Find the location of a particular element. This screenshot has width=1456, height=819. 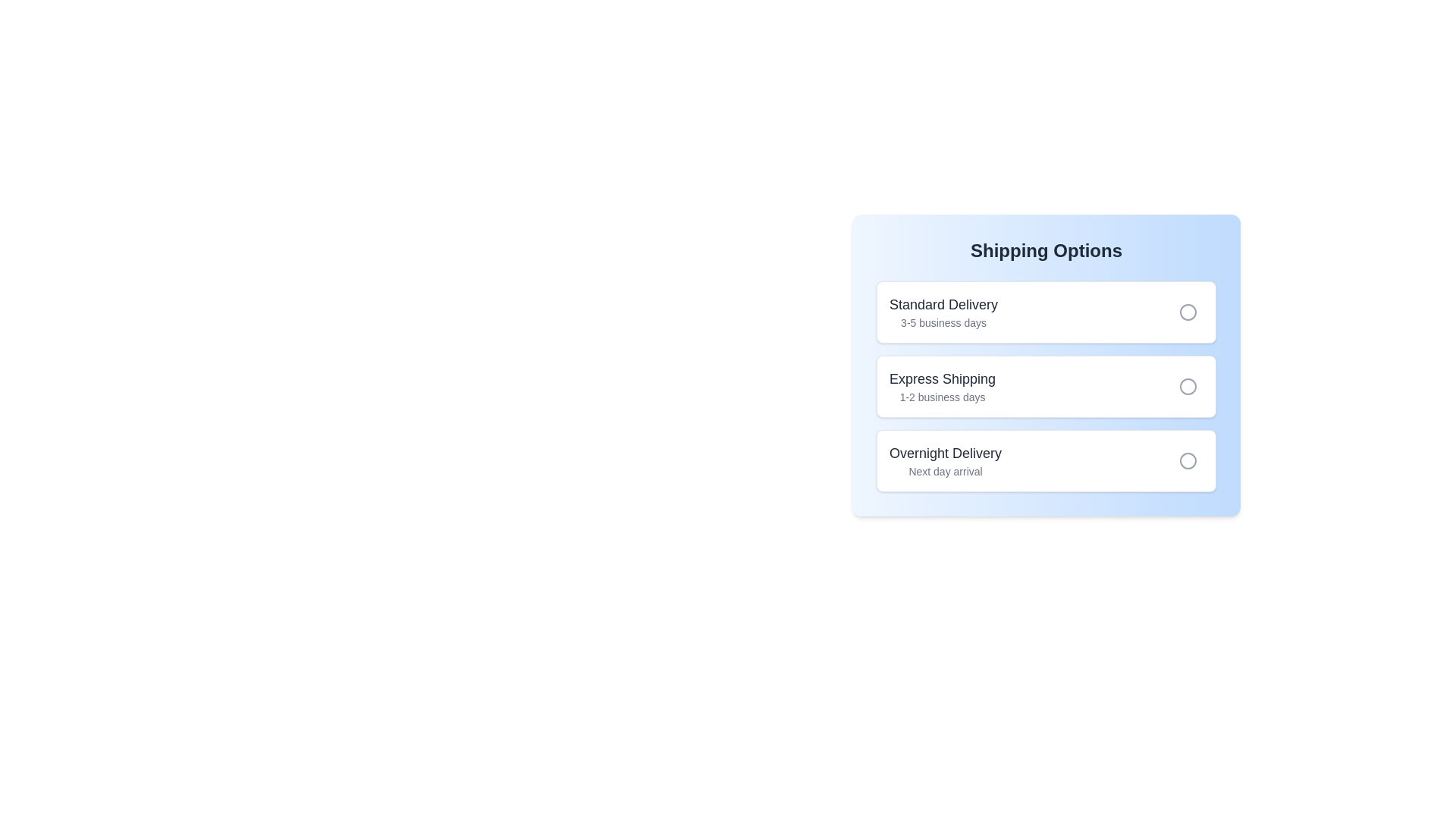

the 'Express Shipping' text label to emphasize the selection option is located at coordinates (942, 385).